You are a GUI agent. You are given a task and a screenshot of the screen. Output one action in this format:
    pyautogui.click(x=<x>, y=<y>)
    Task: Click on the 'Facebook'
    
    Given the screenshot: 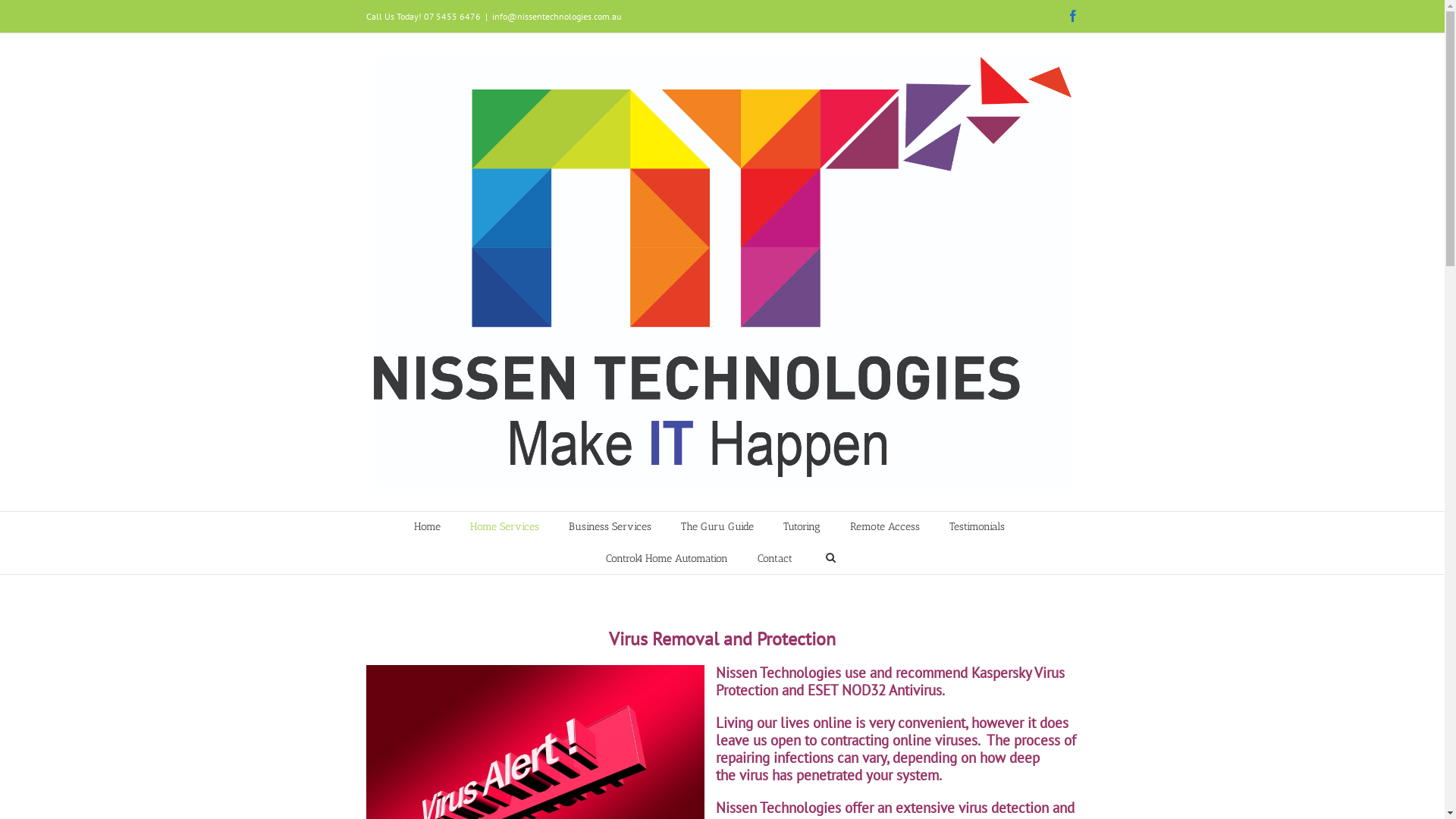 What is the action you would take?
    pyautogui.click(x=1072, y=15)
    